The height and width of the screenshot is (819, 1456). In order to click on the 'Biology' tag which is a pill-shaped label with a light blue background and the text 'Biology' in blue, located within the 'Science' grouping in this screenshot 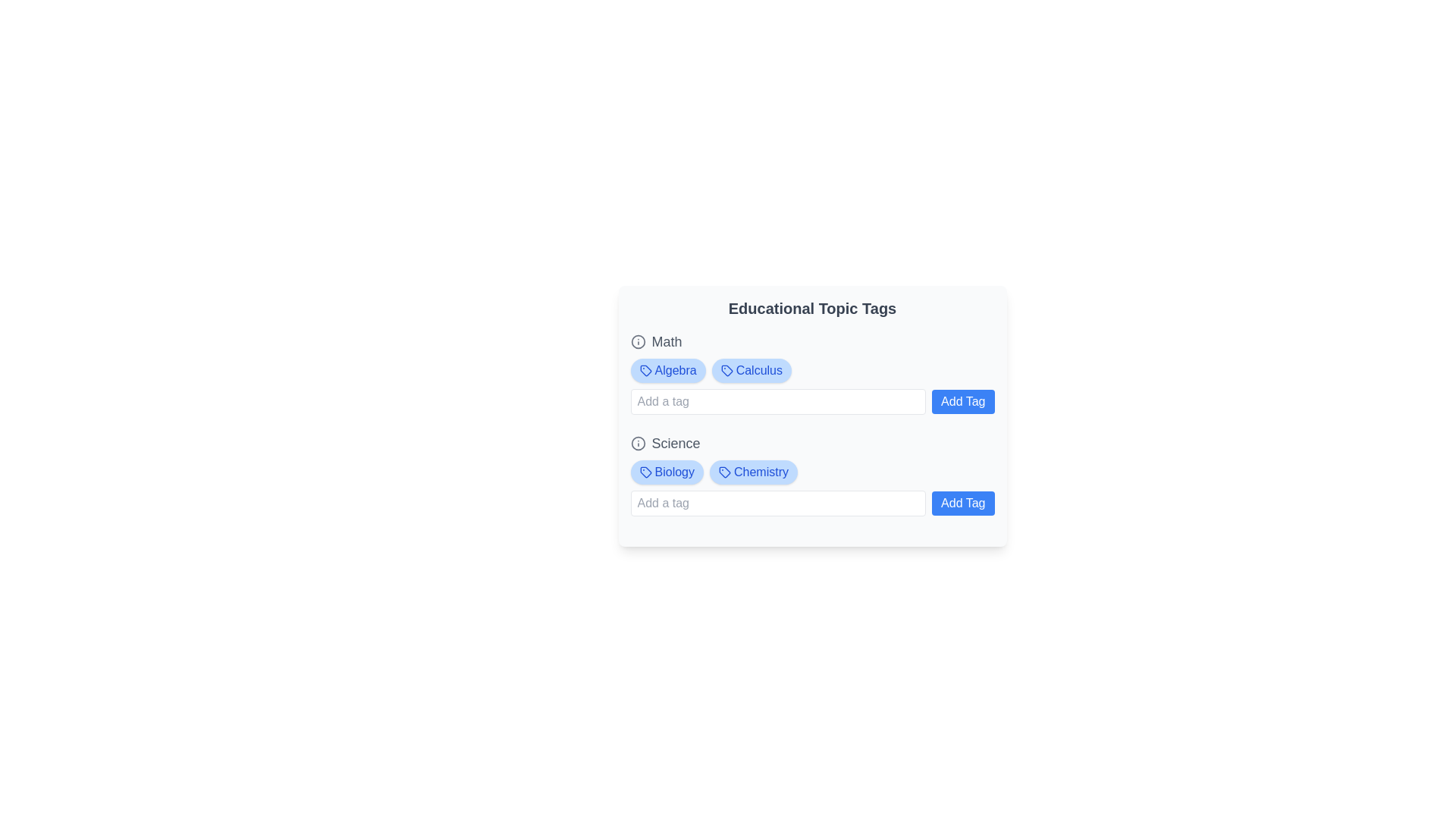, I will do `click(667, 472)`.